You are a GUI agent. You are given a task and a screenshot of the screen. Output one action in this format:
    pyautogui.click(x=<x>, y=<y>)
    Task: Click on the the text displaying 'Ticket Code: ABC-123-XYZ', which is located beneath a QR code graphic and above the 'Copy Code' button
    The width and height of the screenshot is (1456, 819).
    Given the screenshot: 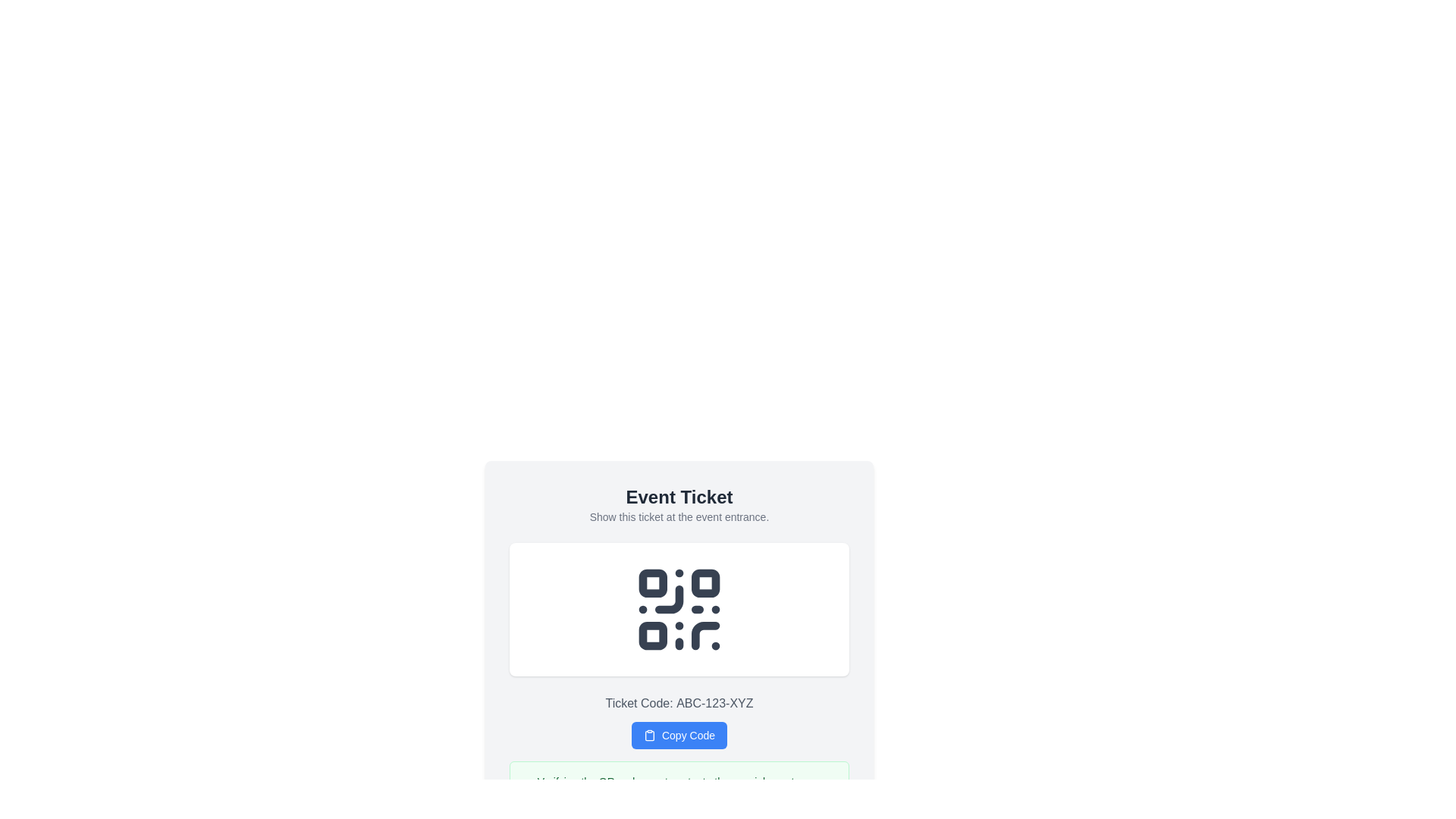 What is the action you would take?
    pyautogui.click(x=679, y=704)
    